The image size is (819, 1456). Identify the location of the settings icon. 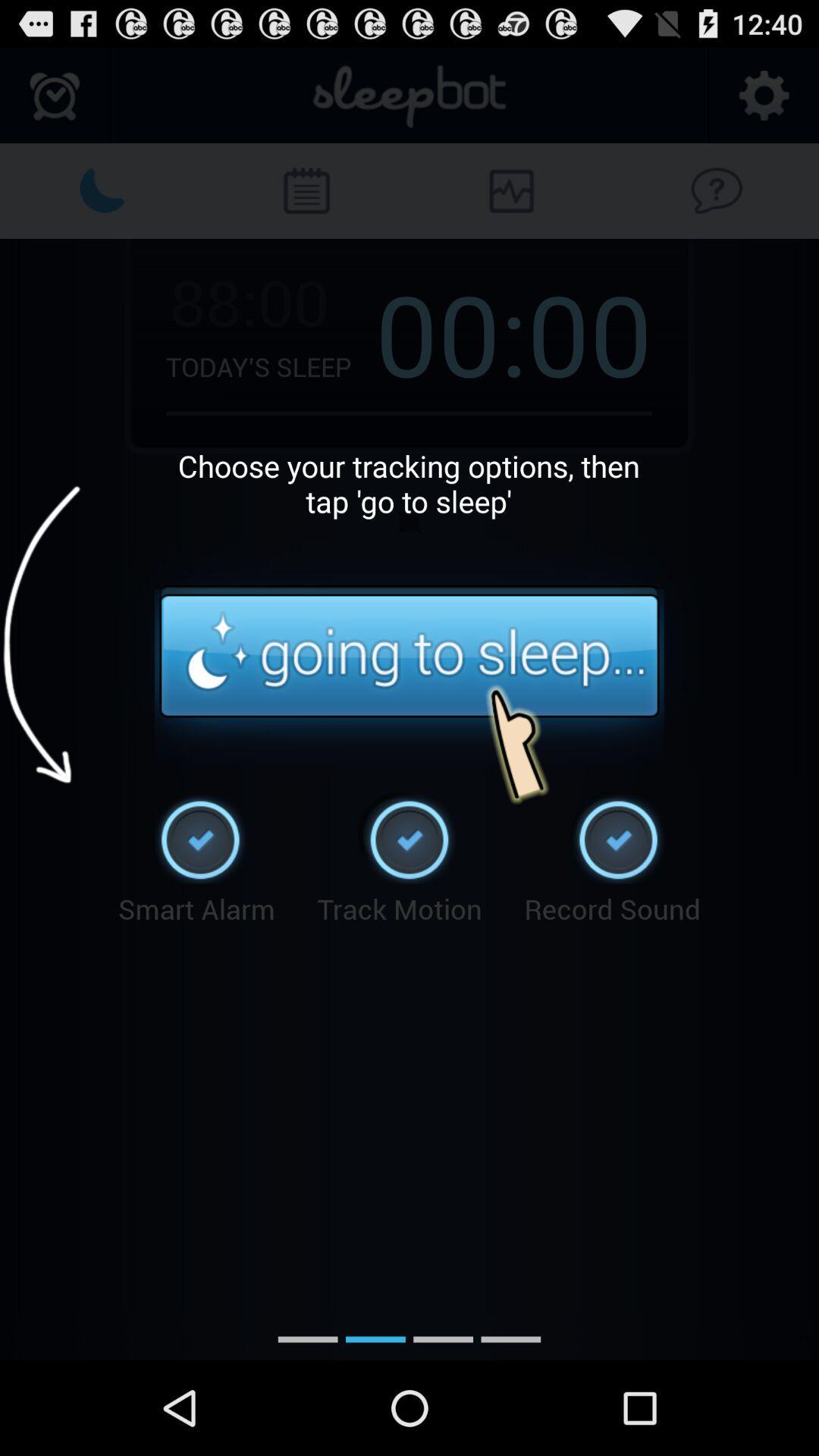
(763, 102).